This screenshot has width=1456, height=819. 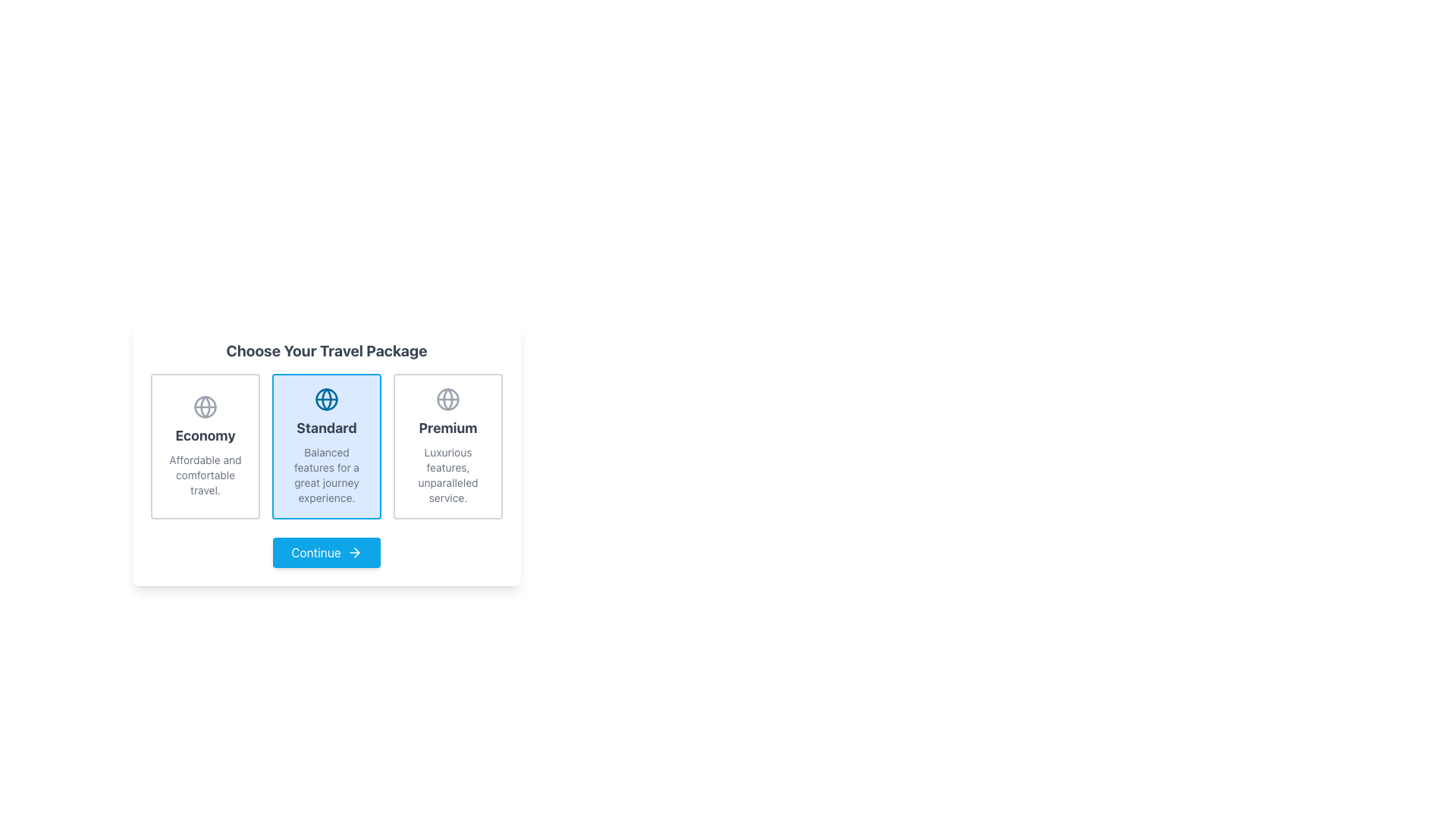 I want to click on the global connectivity icon located centrally in the 'Standard' choice card via keyboard navigation, so click(x=447, y=399).